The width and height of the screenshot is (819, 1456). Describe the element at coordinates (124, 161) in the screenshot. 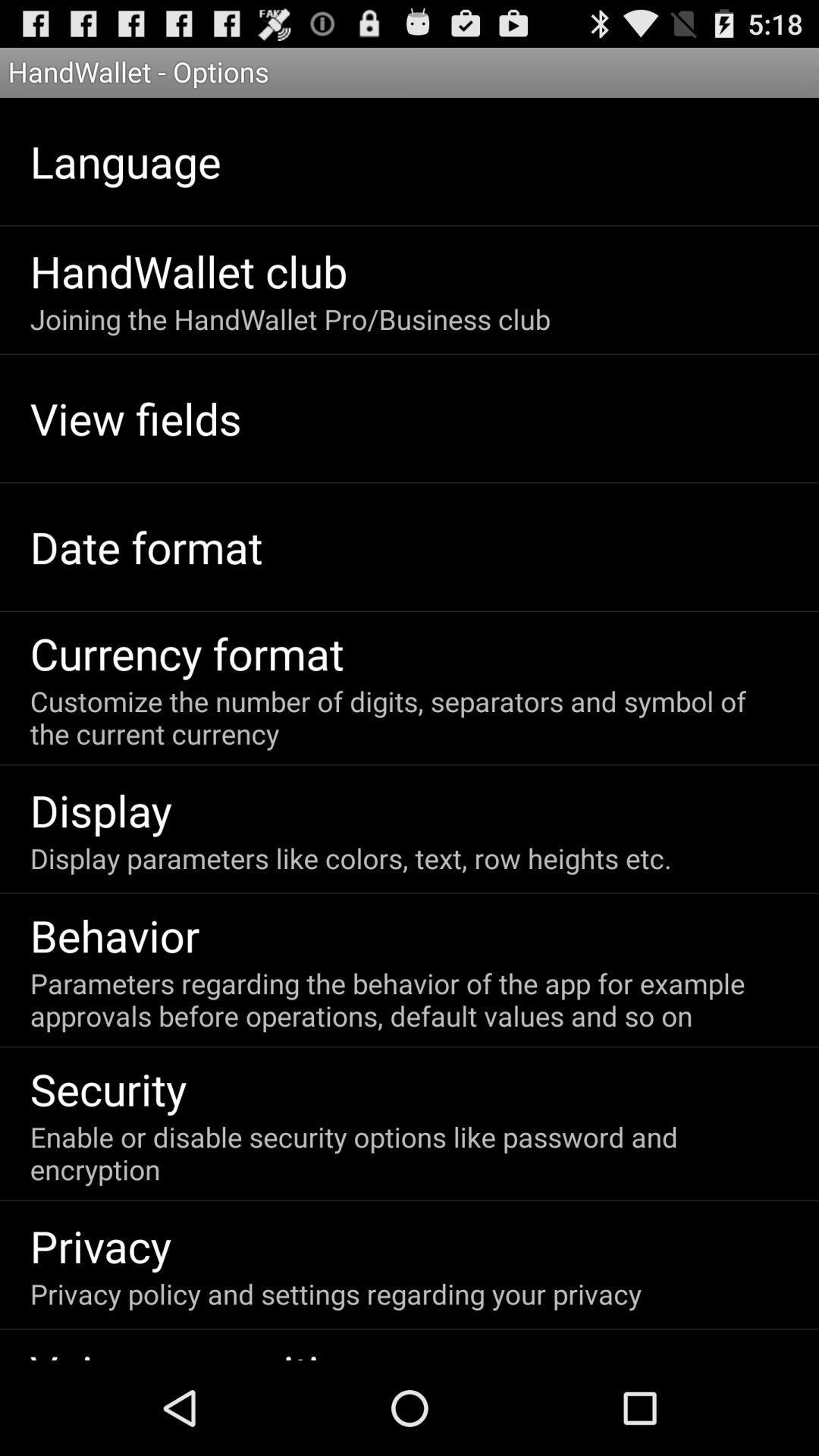

I see `language item` at that location.